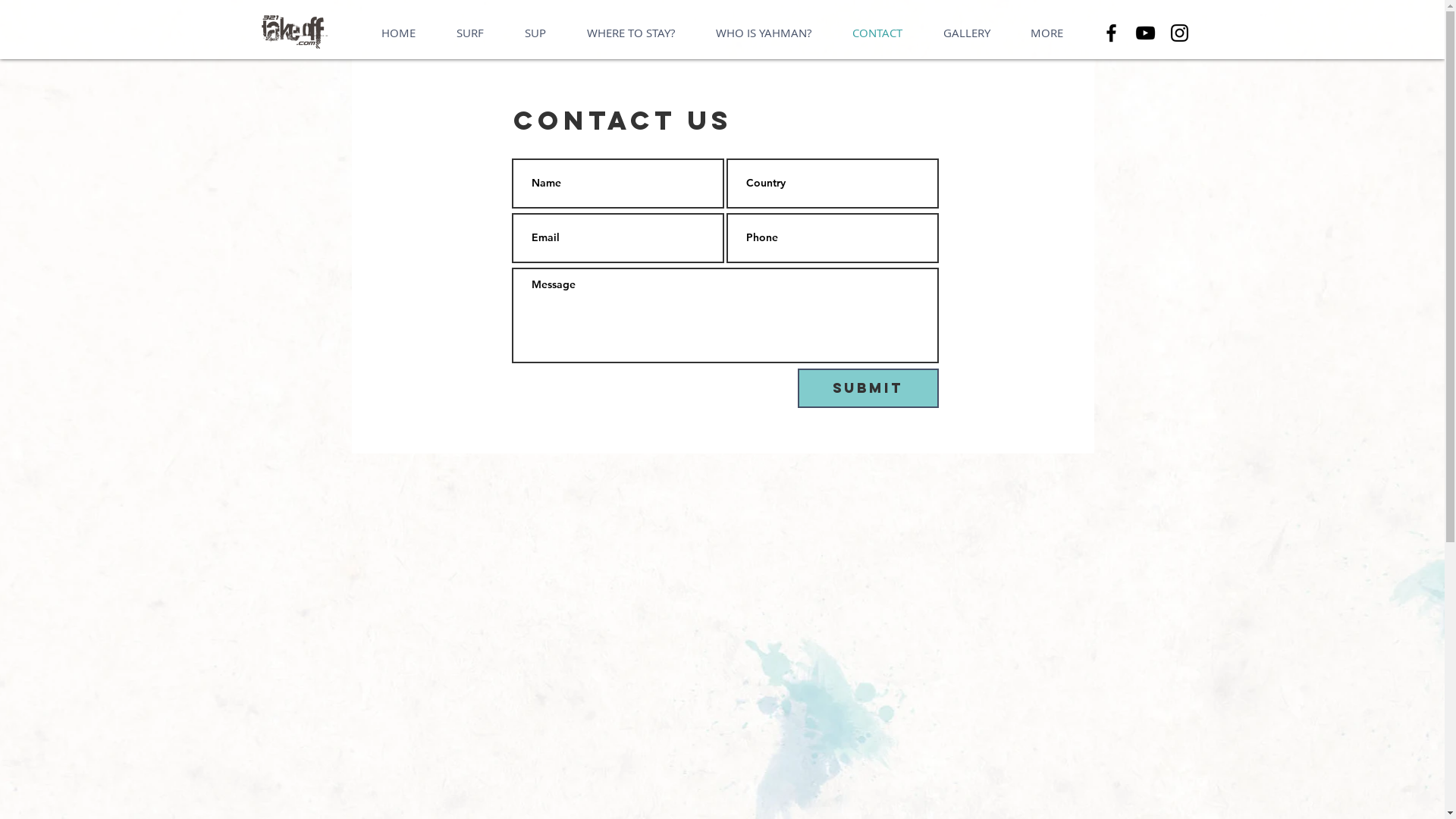  I want to click on 'SURF', so click(469, 33).